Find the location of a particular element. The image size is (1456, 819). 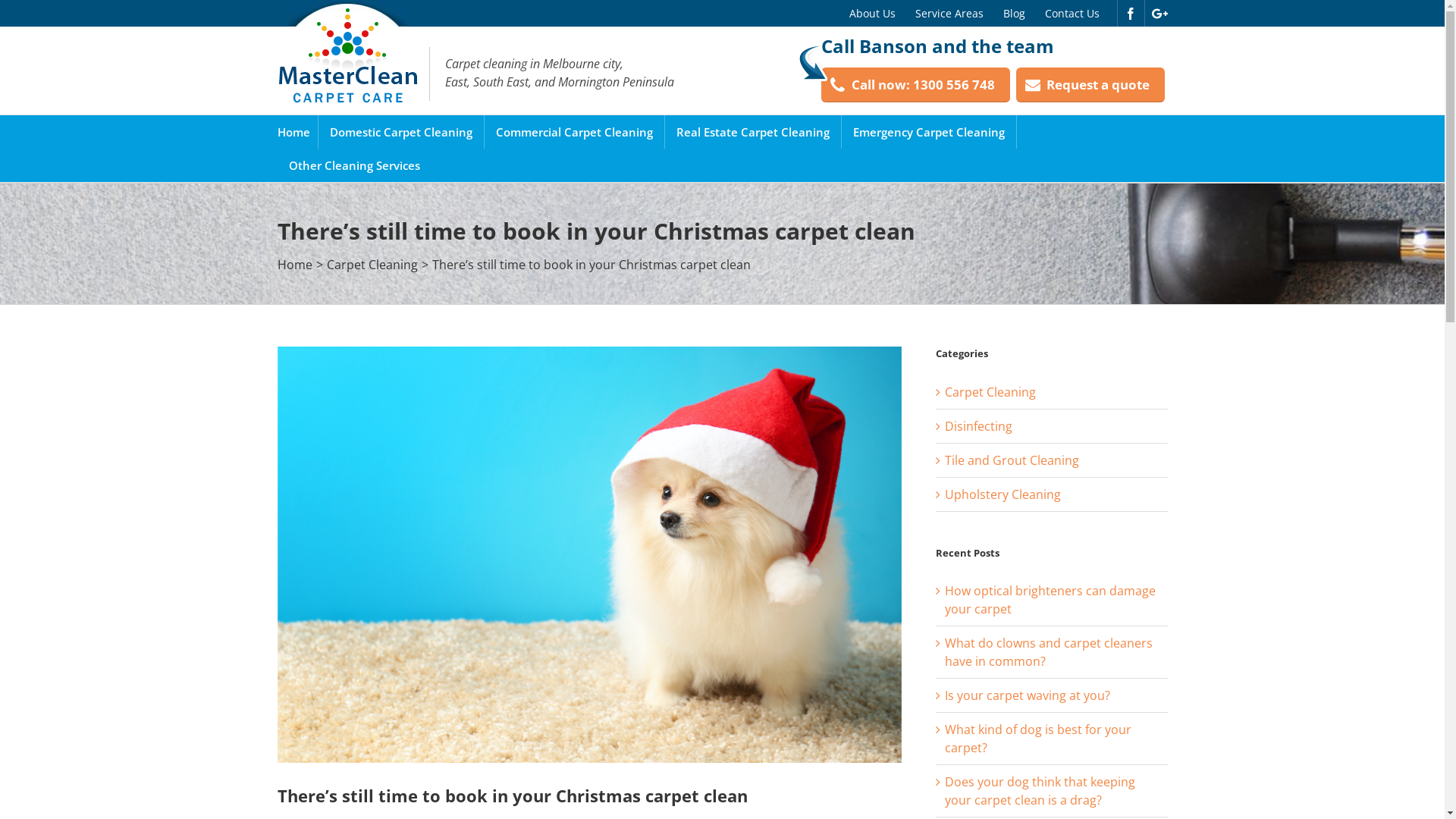

'About Us' is located at coordinates (871, 13).